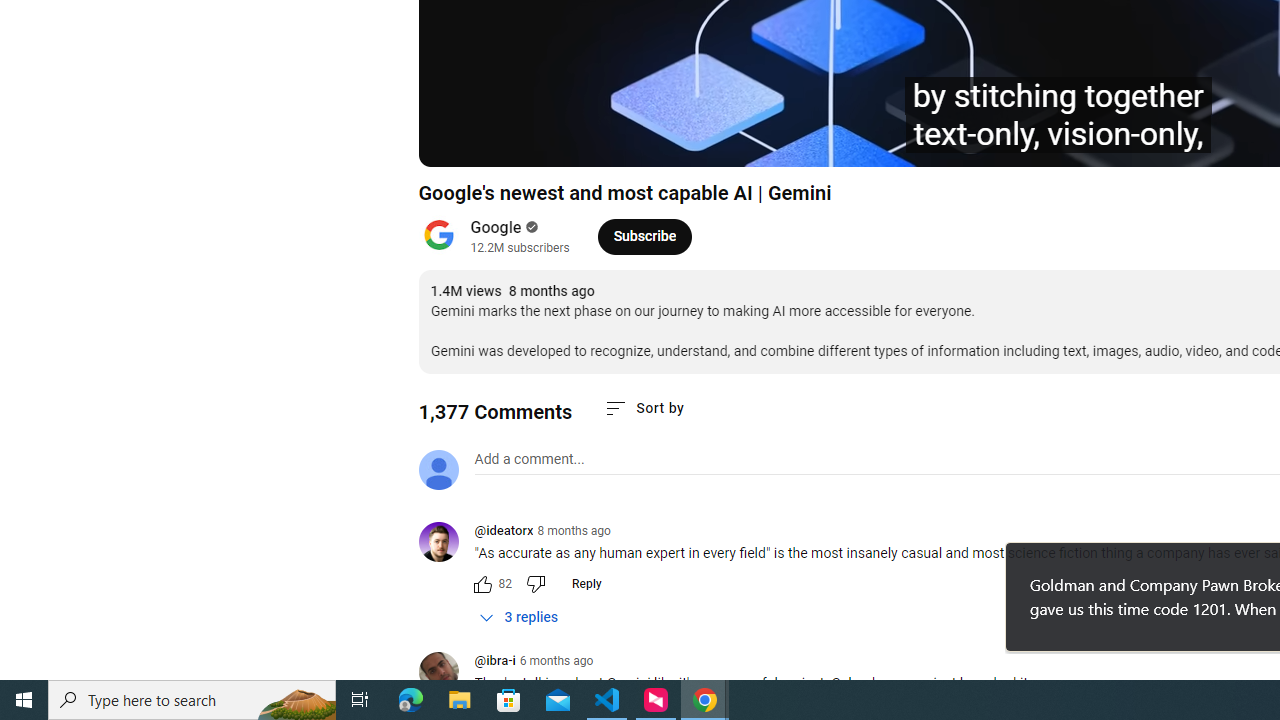  Describe the element at coordinates (482, 583) in the screenshot. I see `'Like this comment along with 82 other people'` at that location.